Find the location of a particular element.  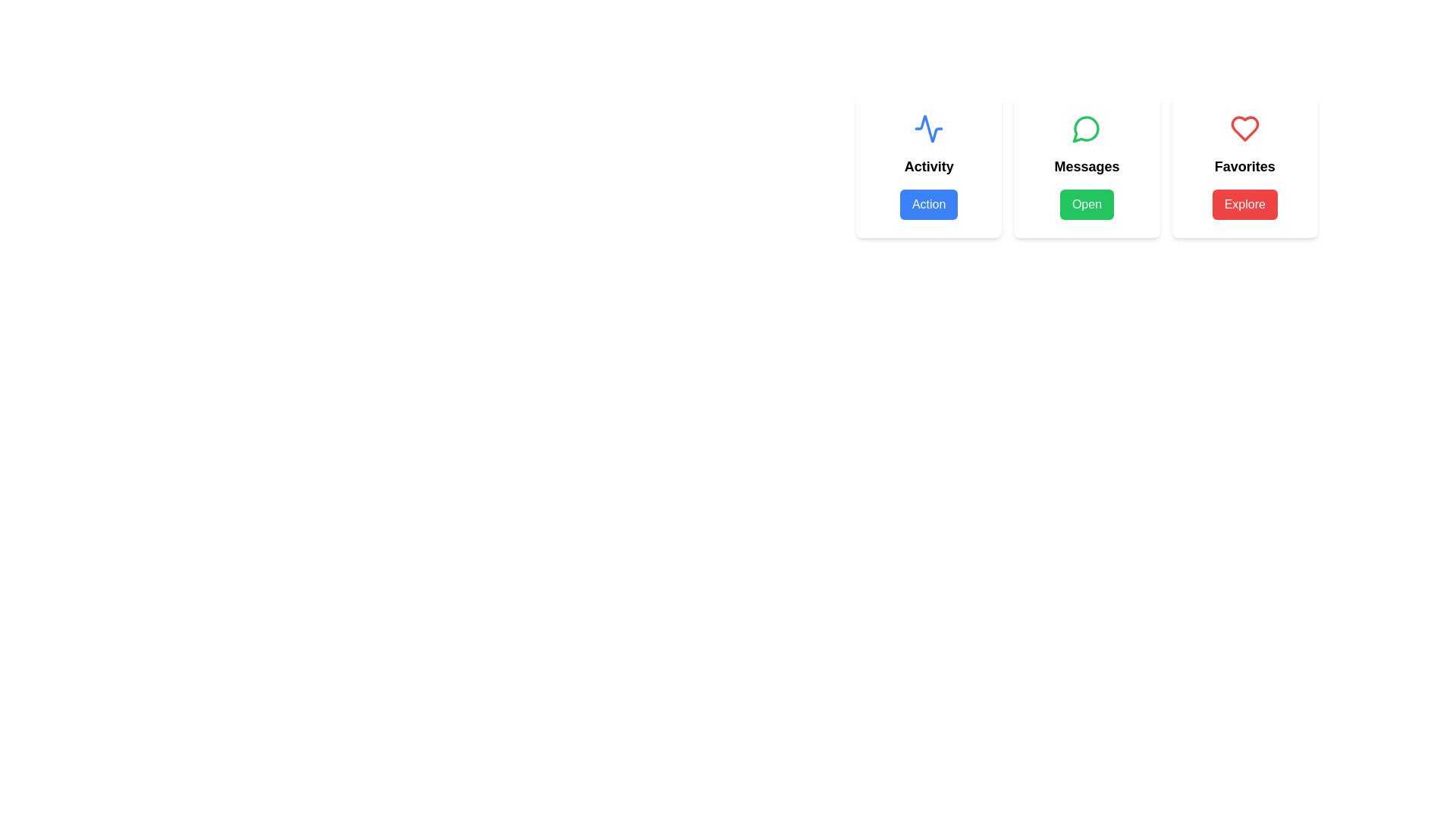

the green vector graphic component of the speech bubble icon within the SVG, located in the middle of the 'Activity', 'Messages', and 'Favorites' cards is located at coordinates (1085, 128).